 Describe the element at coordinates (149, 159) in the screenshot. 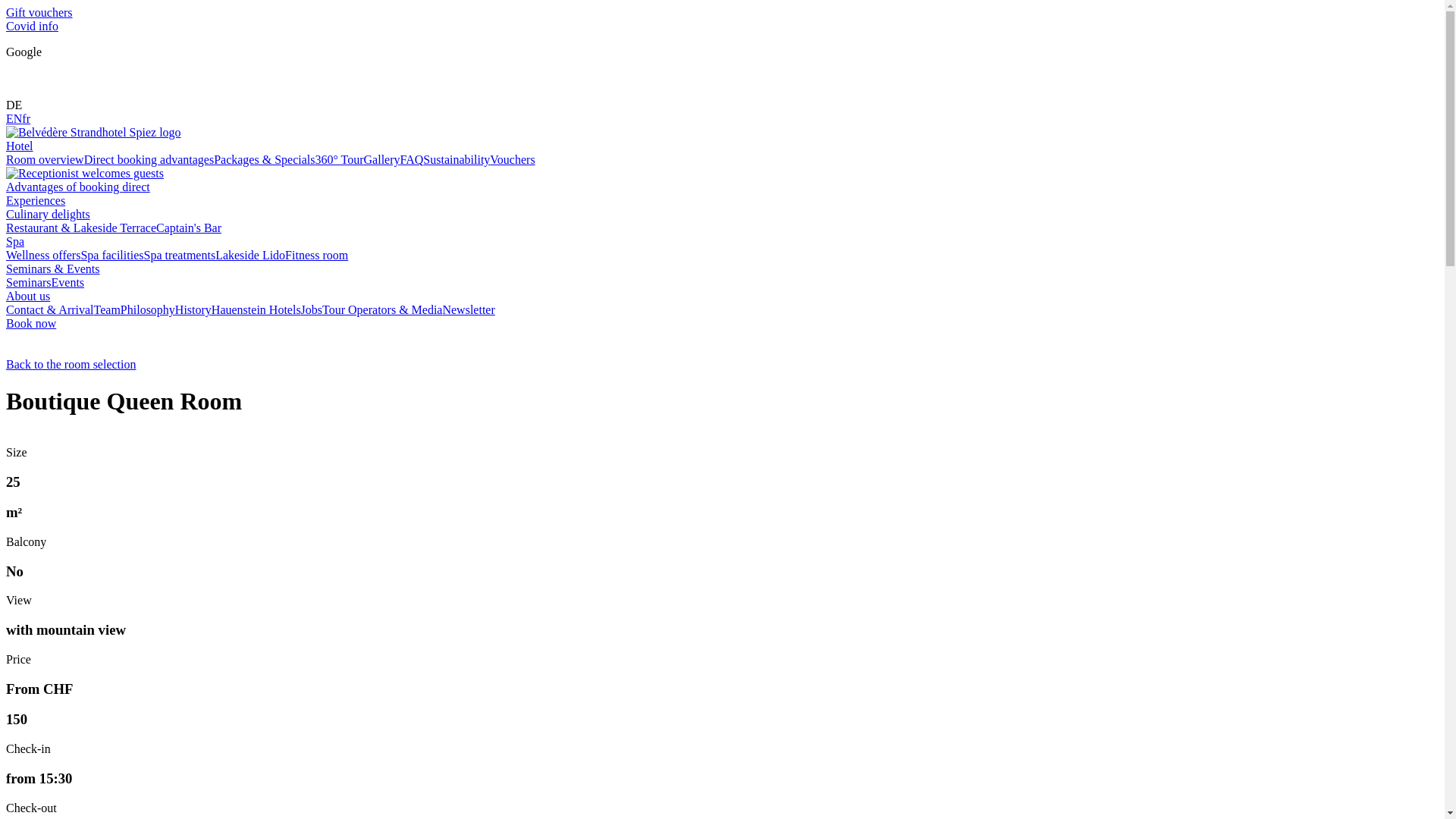

I see `'Direct booking advantages'` at that location.